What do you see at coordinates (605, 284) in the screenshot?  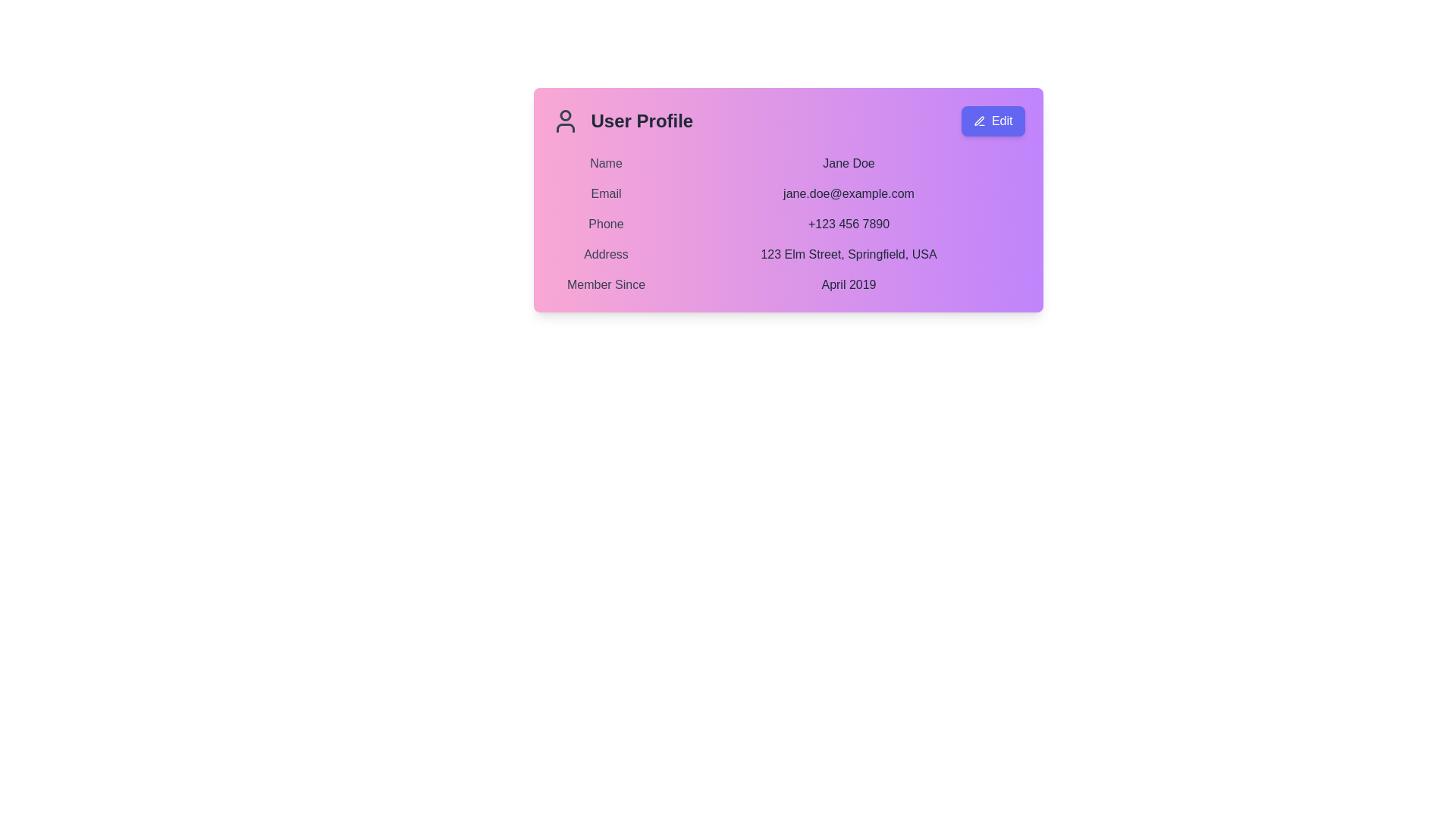 I see `the text label that indicates the membership date, located in the lower-left section of the user profile card, adjacent to 'April 2019'` at bounding box center [605, 284].